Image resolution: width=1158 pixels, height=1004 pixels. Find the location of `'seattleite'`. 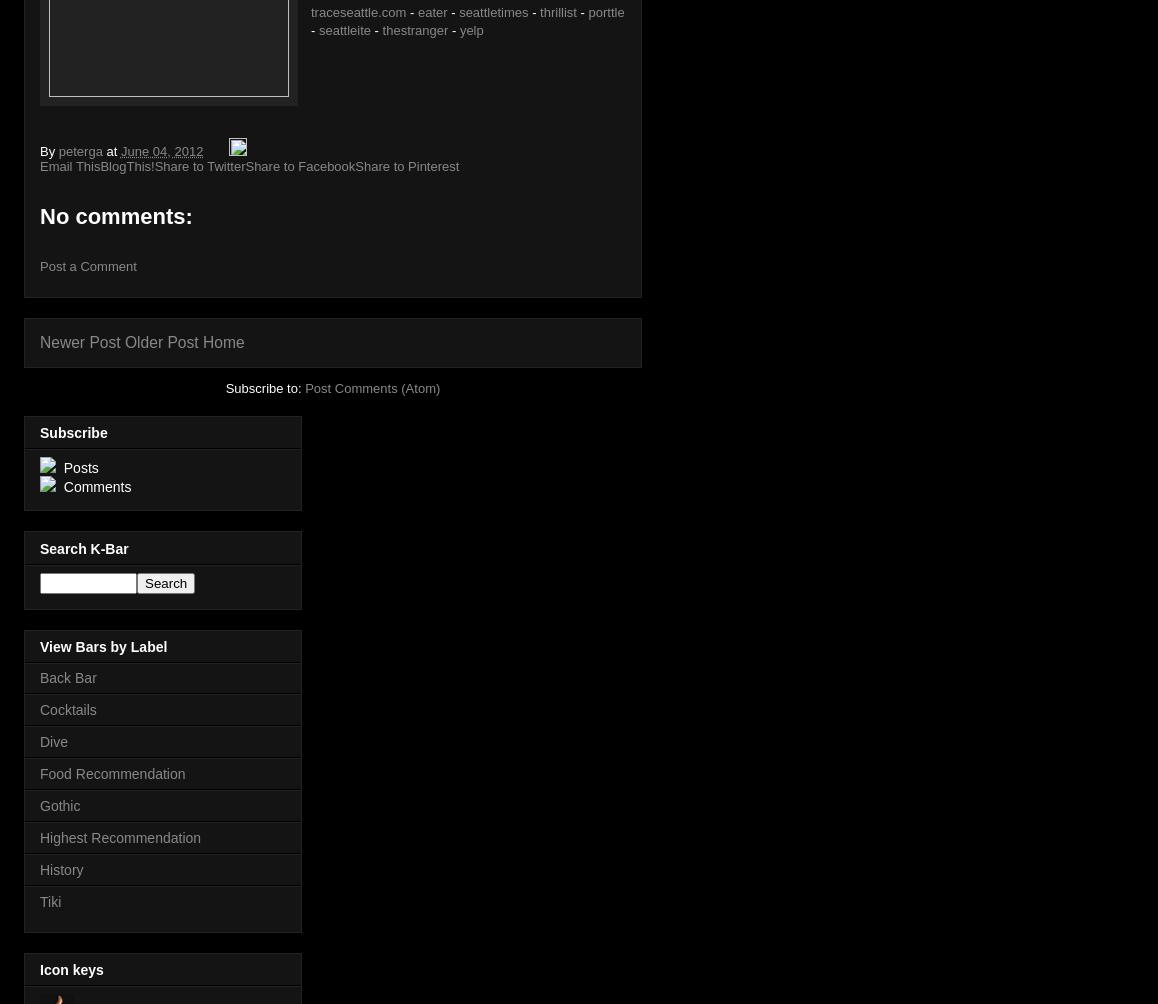

'seattleite' is located at coordinates (344, 30).